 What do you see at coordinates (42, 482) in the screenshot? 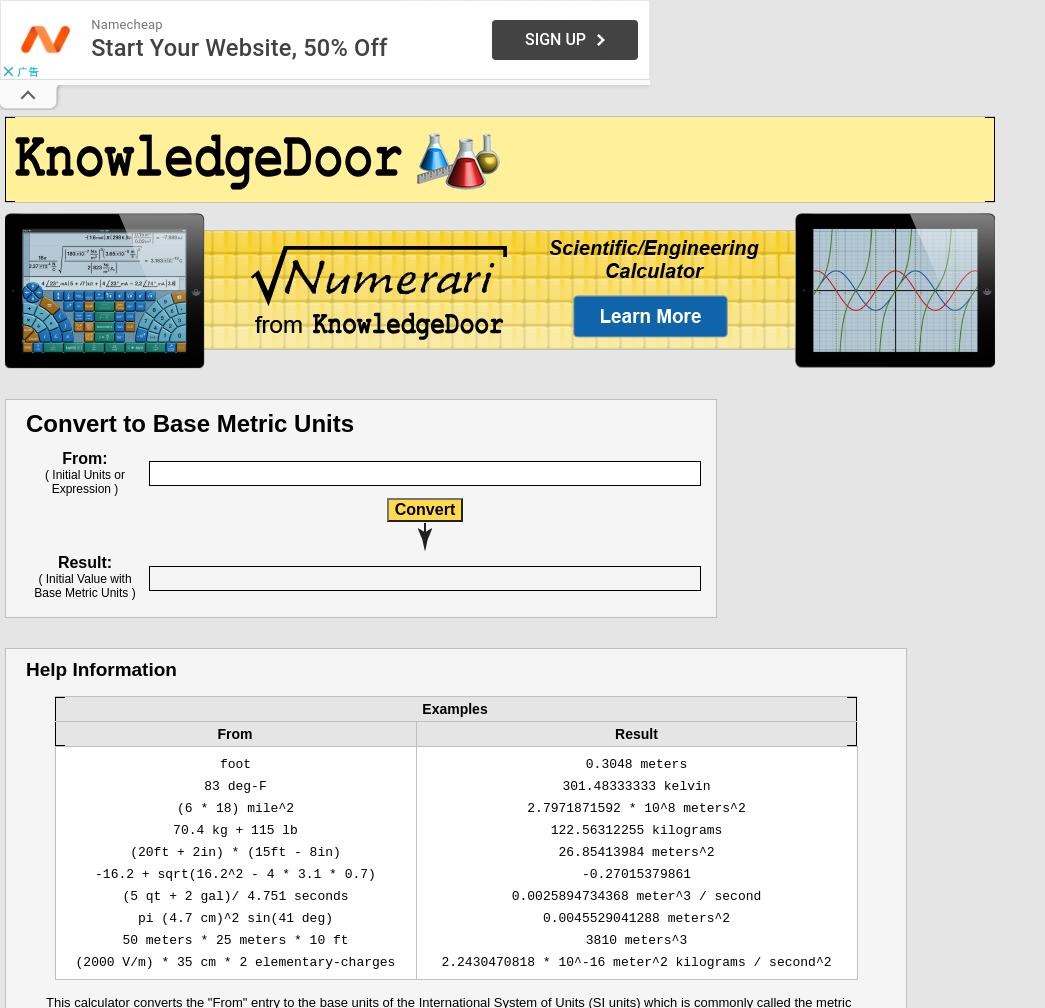
I see `'( Initial Units or Expression )'` at bounding box center [42, 482].